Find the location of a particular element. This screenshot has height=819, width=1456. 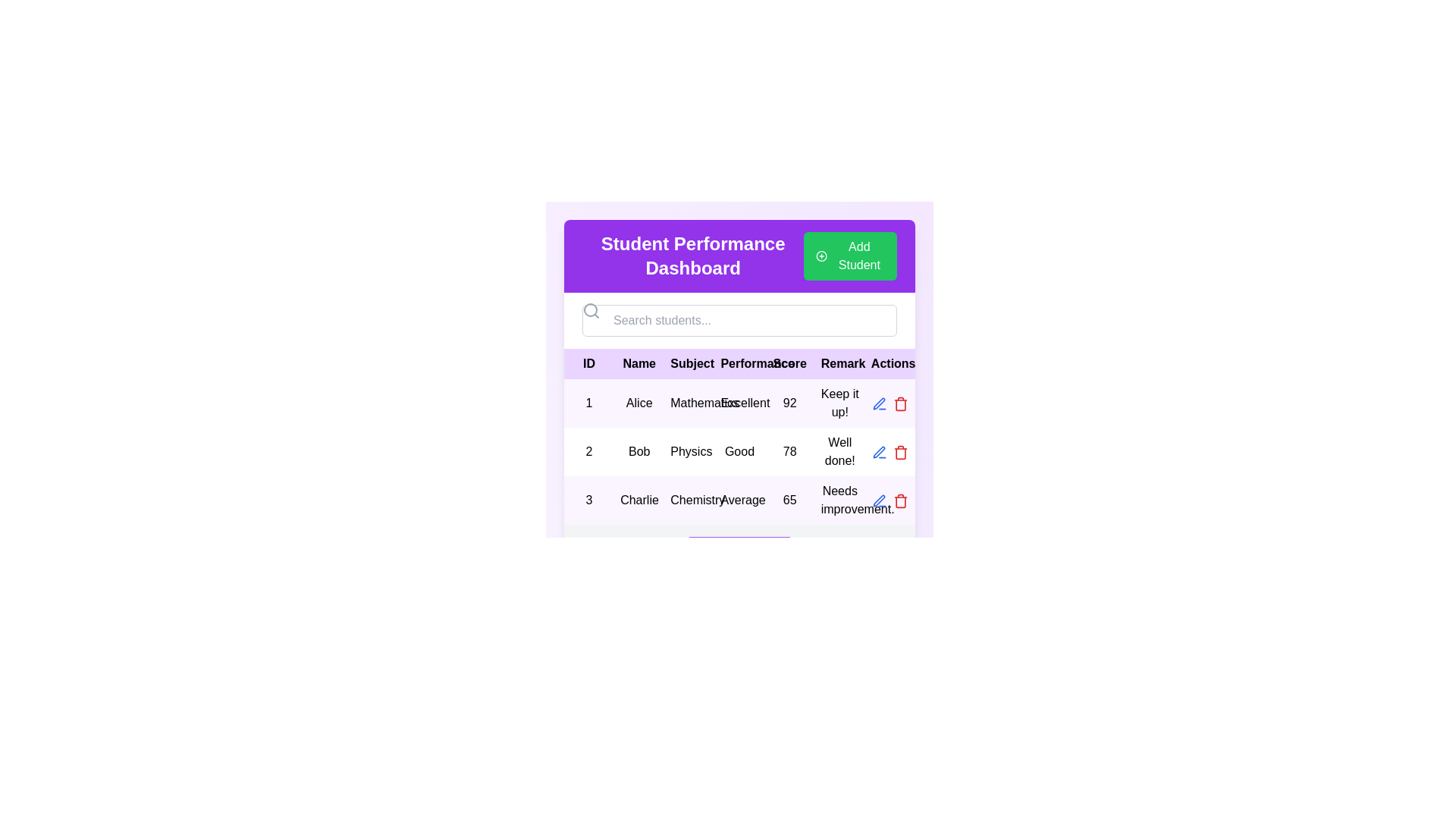

the feedback text element in the last cell of the 'Remarks' column for student 'Charlie' in Chemistry, which indicates areas for improvement is located at coordinates (839, 500).